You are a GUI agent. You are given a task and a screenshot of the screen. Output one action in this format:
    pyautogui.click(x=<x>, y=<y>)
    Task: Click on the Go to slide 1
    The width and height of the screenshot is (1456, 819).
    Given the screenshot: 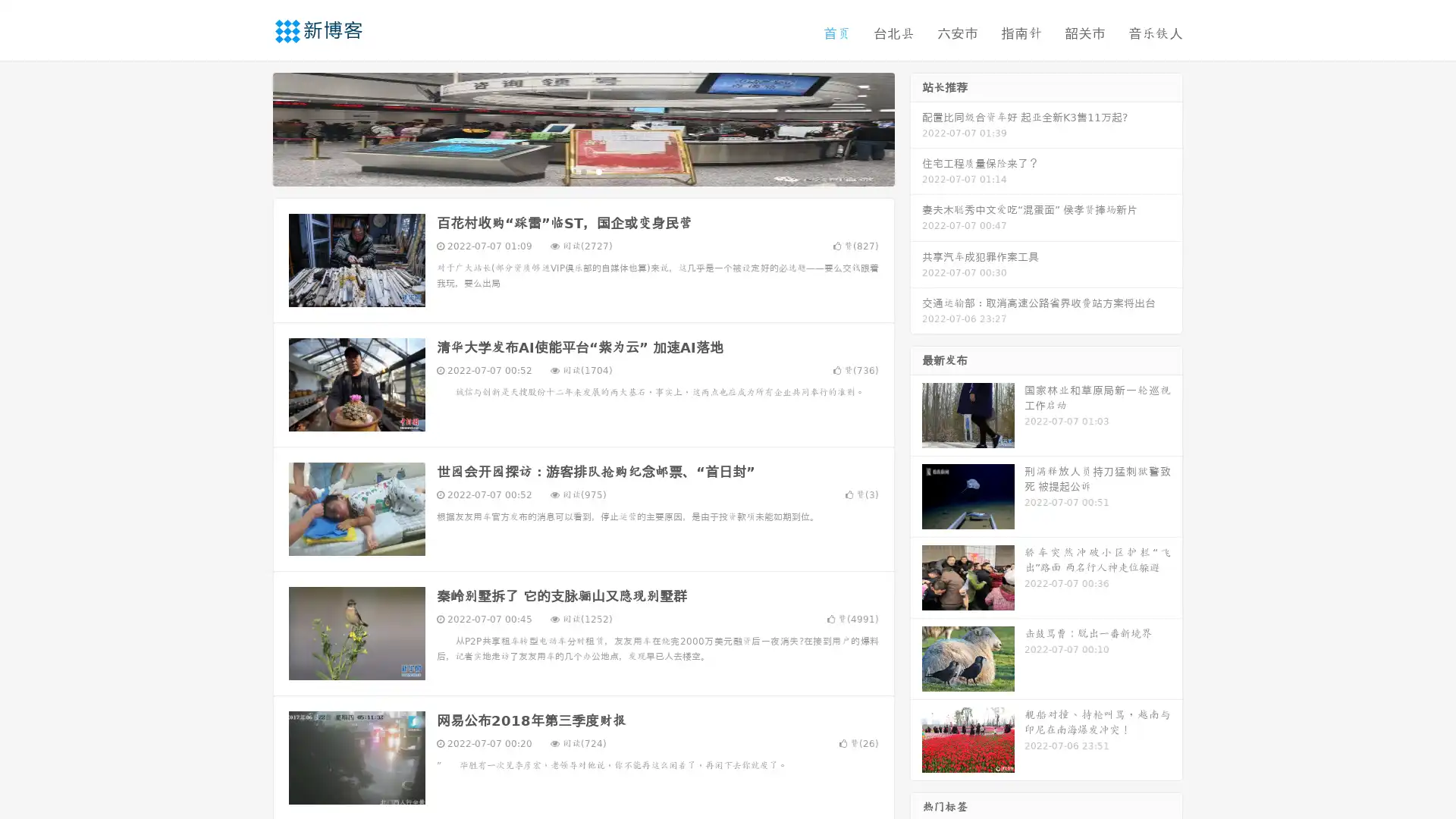 What is the action you would take?
    pyautogui.click(x=567, y=171)
    